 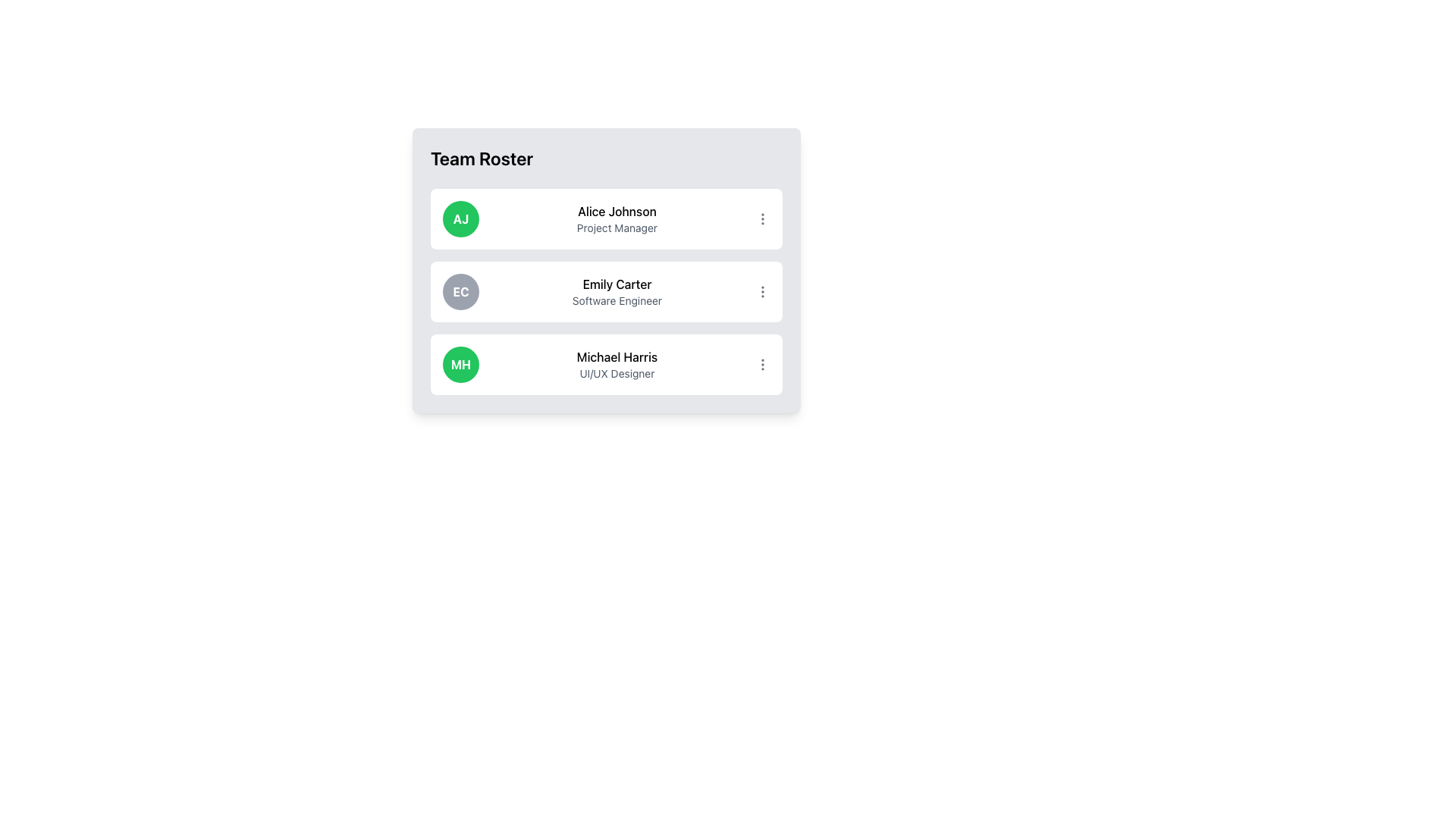 What do you see at coordinates (763, 365) in the screenshot?
I see `the vertical ellipsis icon located at the rightmost edge of Michael Harris's UI card` at bounding box center [763, 365].